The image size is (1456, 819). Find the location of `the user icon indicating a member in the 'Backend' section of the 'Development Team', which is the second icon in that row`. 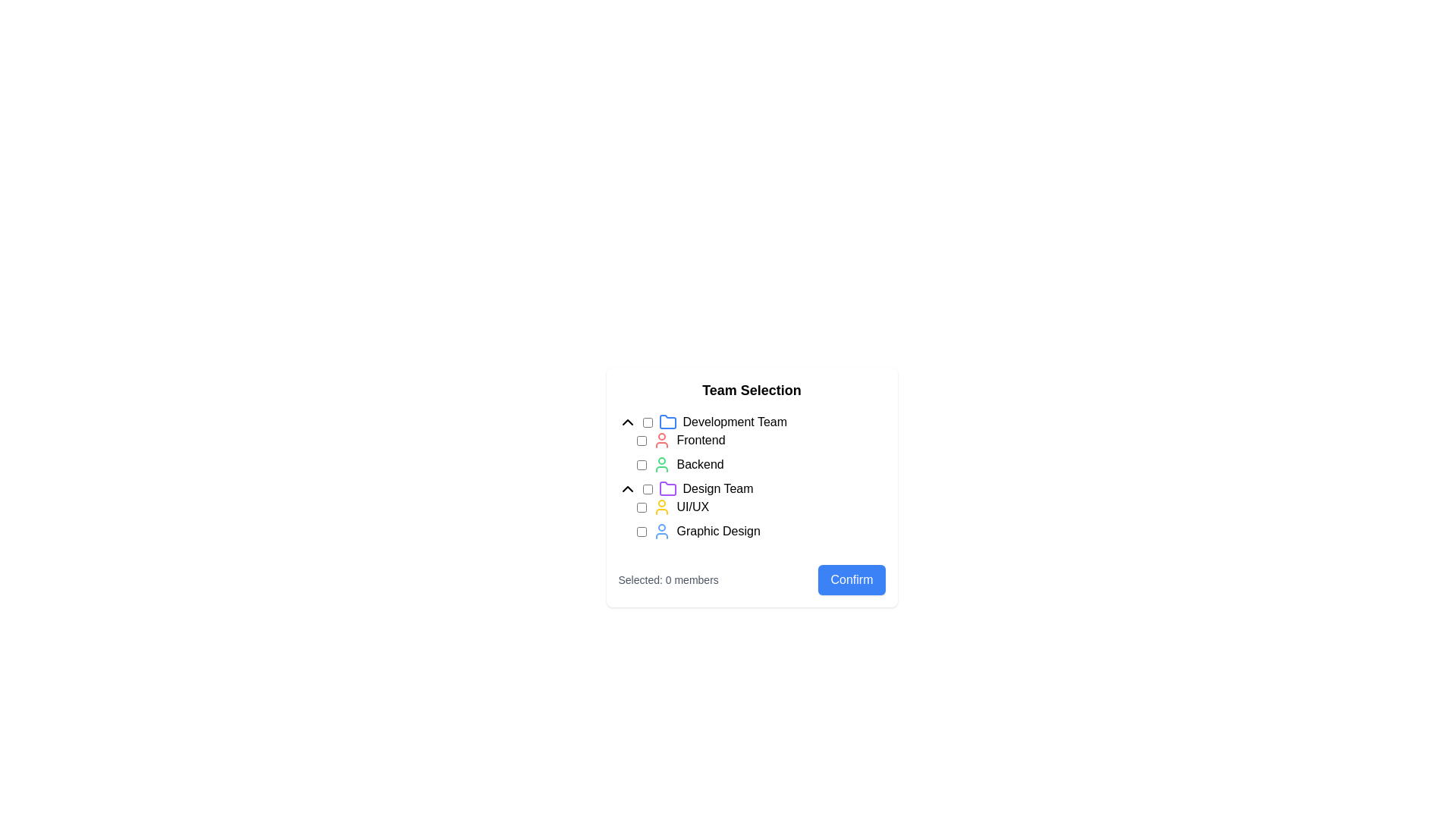

the user icon indicating a member in the 'Backend' section of the 'Development Team', which is the second icon in that row is located at coordinates (661, 464).